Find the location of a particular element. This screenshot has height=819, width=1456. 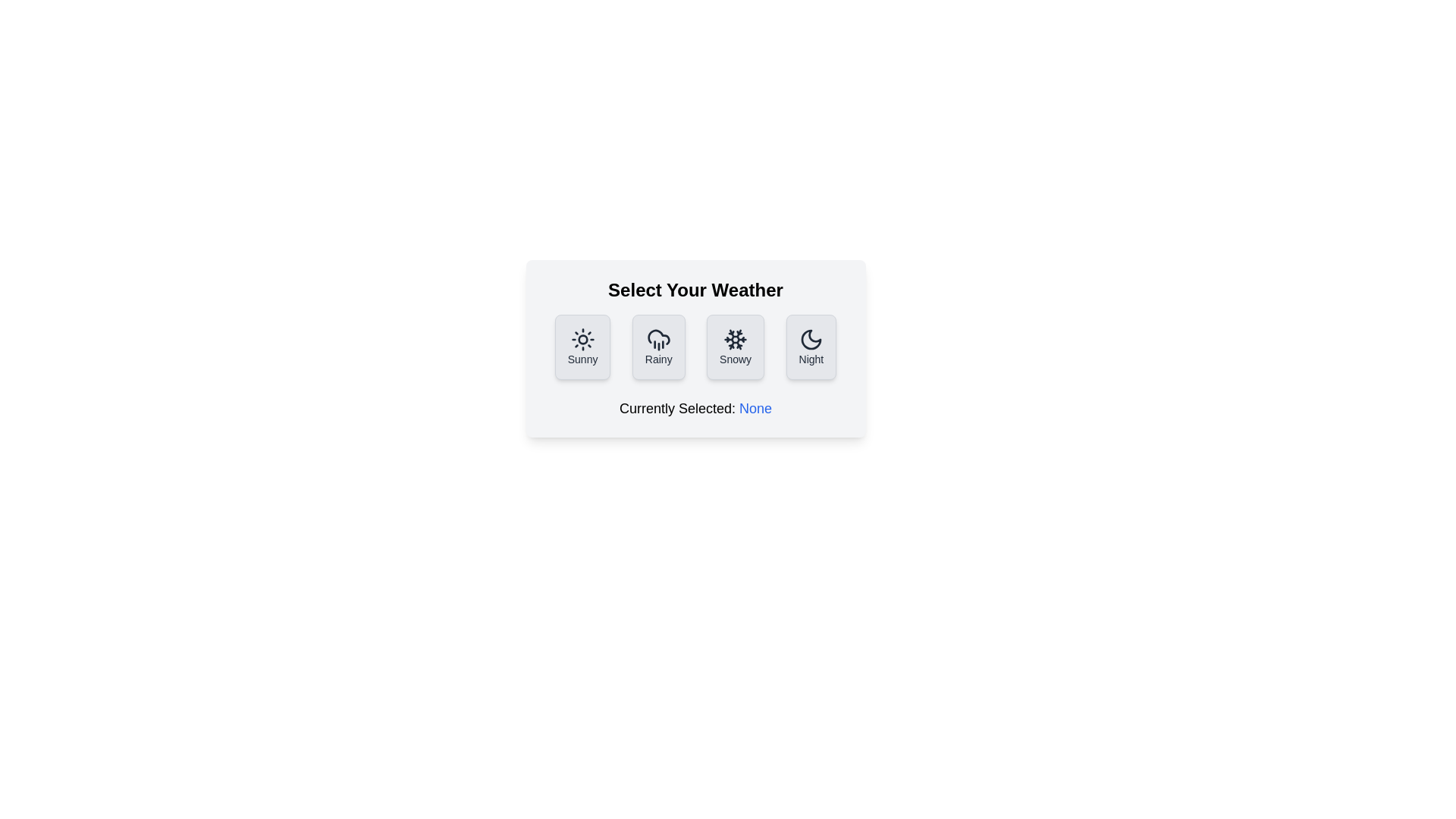

the 'Rainy' button, which is a rectangular button with rounded corners, featuring a rain icon and the text label 'Rainy' beneath it is located at coordinates (658, 347).